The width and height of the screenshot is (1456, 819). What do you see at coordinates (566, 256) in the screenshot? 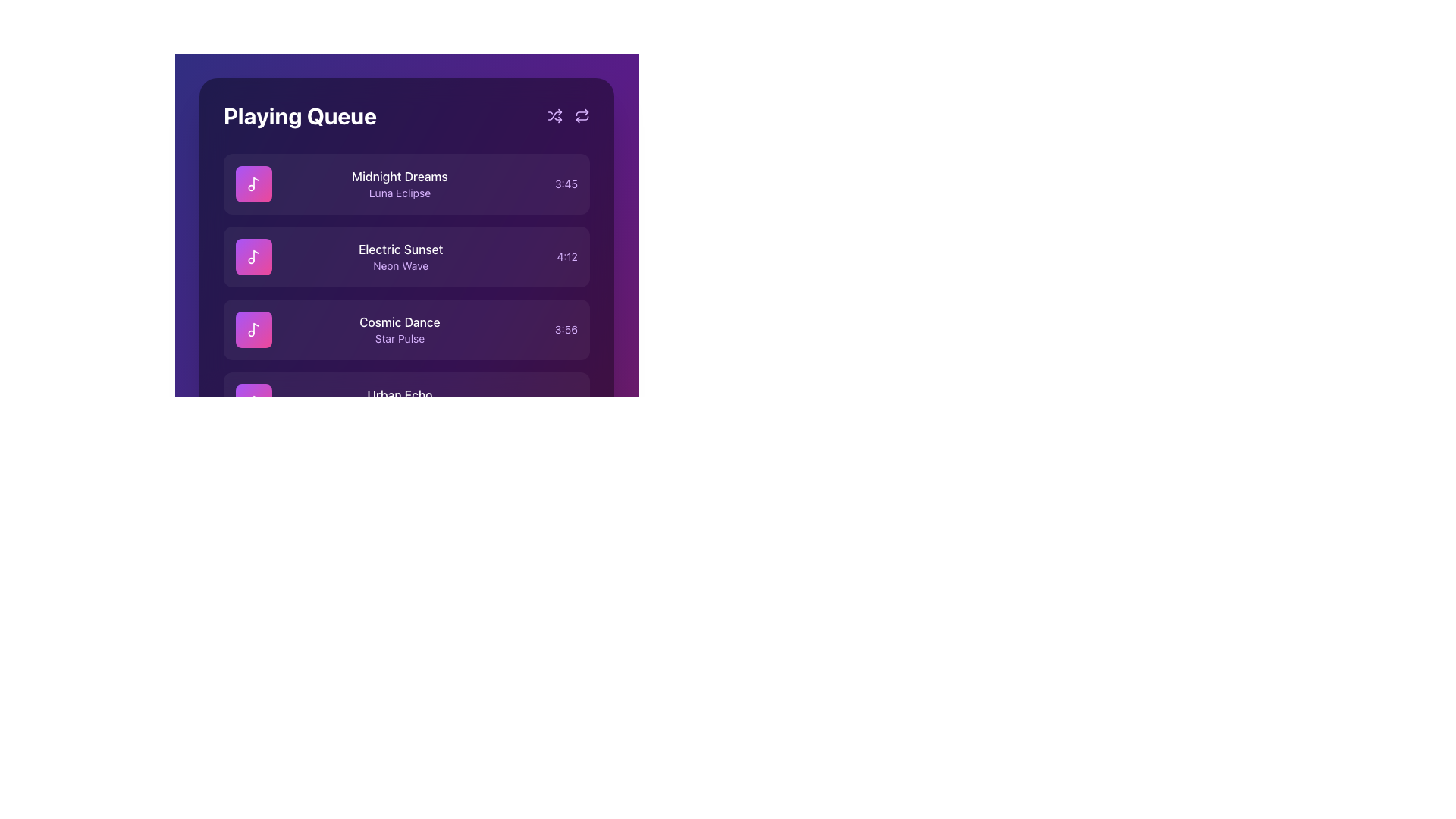
I see `the text label that displays the duration of the song in the queue, positioned to the far-right of the song title 'Electric Sunset' and artist name 'Neon Wave', which is the second entry in a vertical list` at bounding box center [566, 256].